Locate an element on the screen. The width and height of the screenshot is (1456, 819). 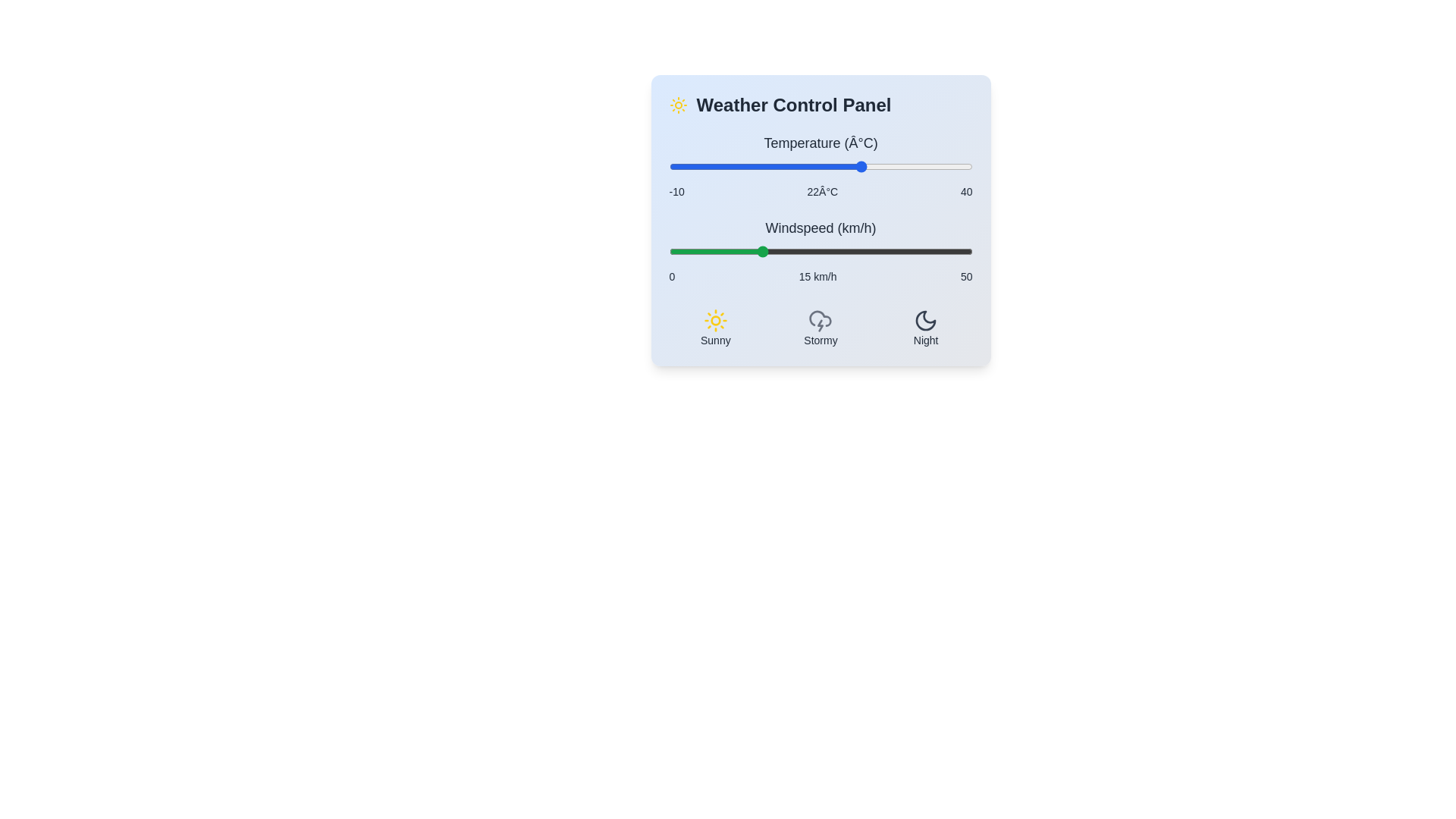
the stormy weather icon located in the Weather Control Panel, which is the second element in a horizontal arrangement of three items is located at coordinates (820, 327).